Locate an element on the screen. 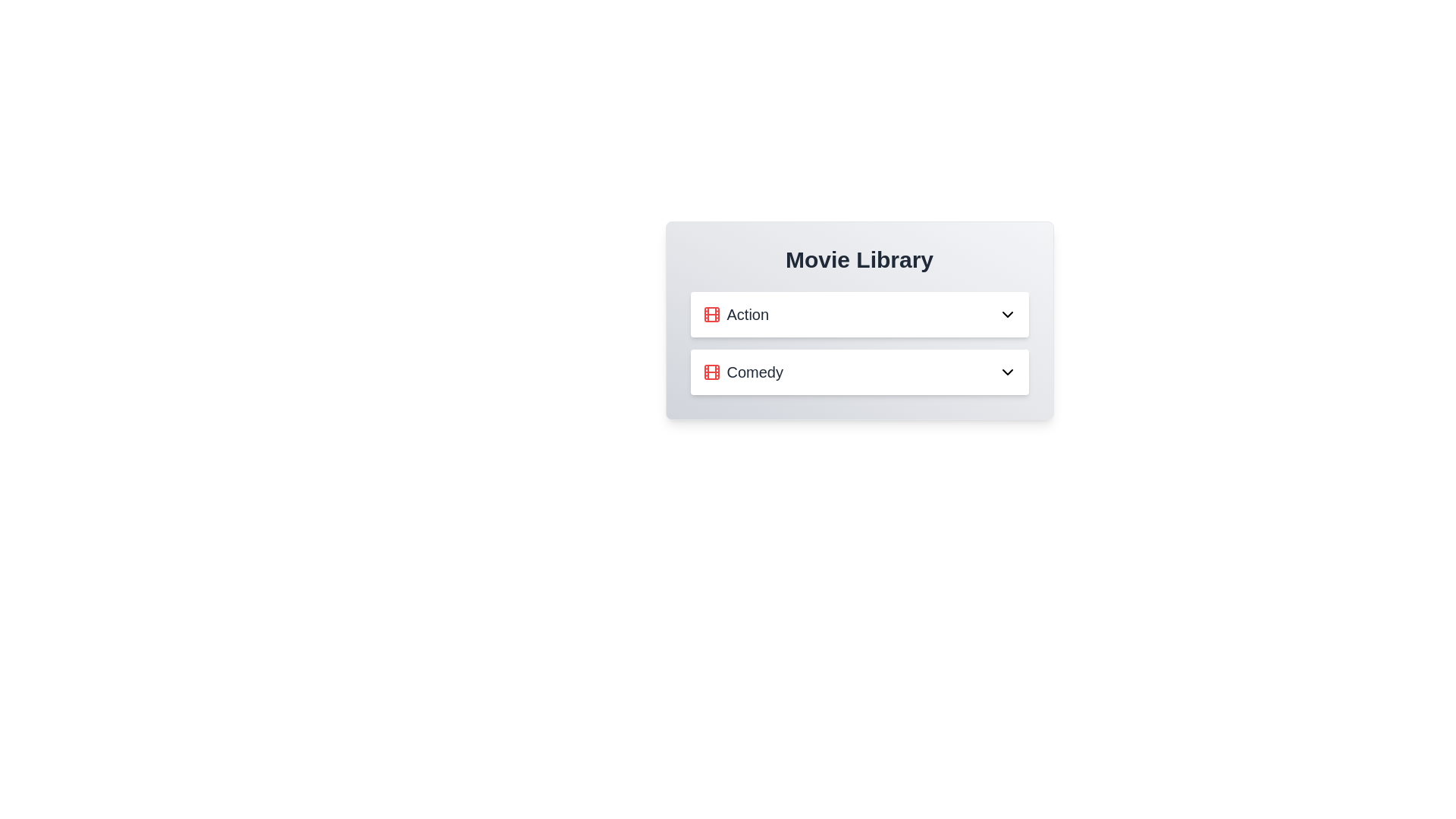 The image size is (1456, 819). the Action Button to observe the hover effect is located at coordinates (859, 314).